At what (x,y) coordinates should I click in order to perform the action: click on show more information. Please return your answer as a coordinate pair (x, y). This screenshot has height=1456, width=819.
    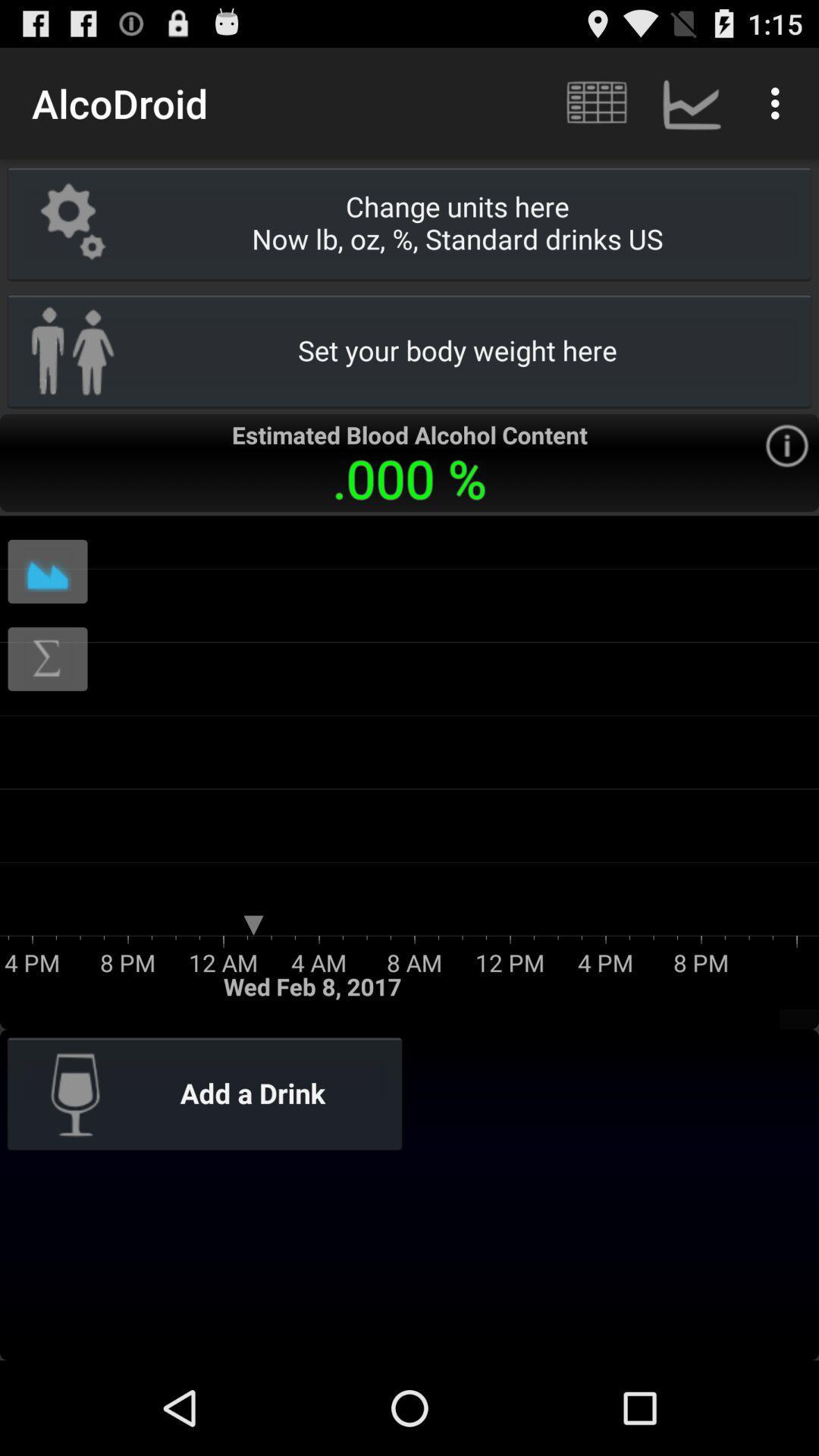
    Looking at the image, I should click on (786, 445).